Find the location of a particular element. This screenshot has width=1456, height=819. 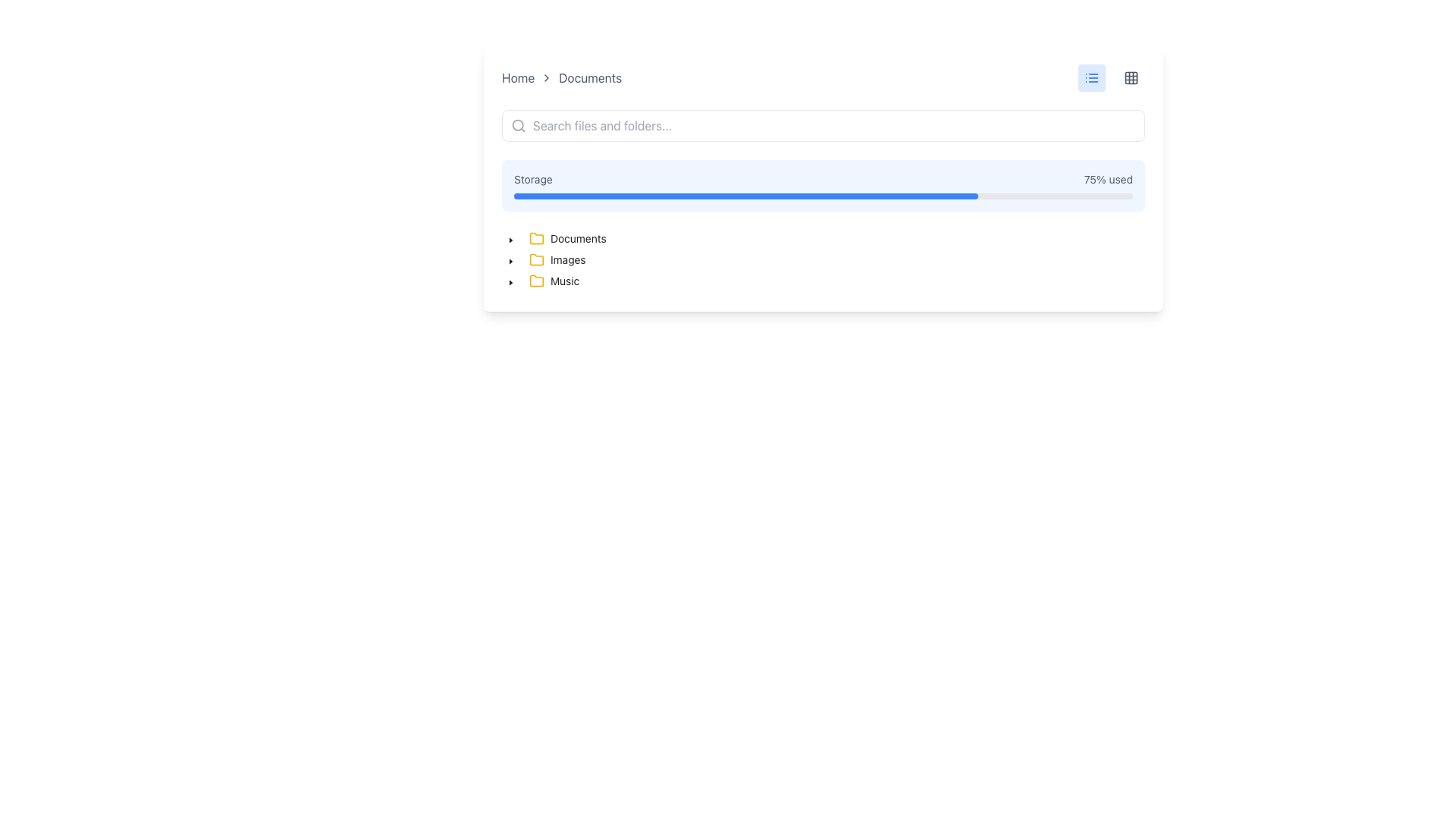

the folder icon located at the far-left side of the 'Documents' label is located at coordinates (537, 239).